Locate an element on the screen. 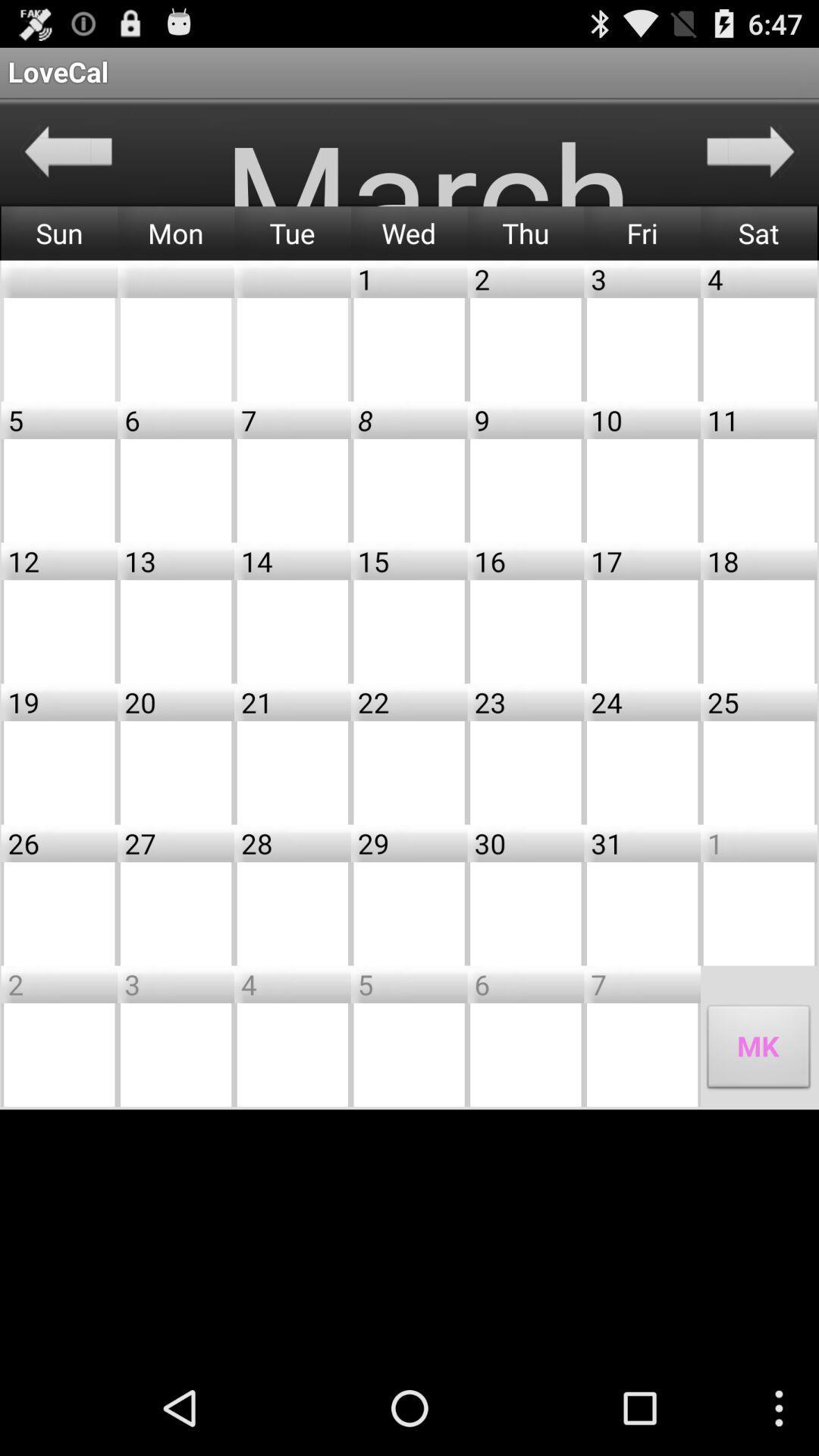 This screenshot has width=819, height=1456. the minus icon is located at coordinates (58, 977).